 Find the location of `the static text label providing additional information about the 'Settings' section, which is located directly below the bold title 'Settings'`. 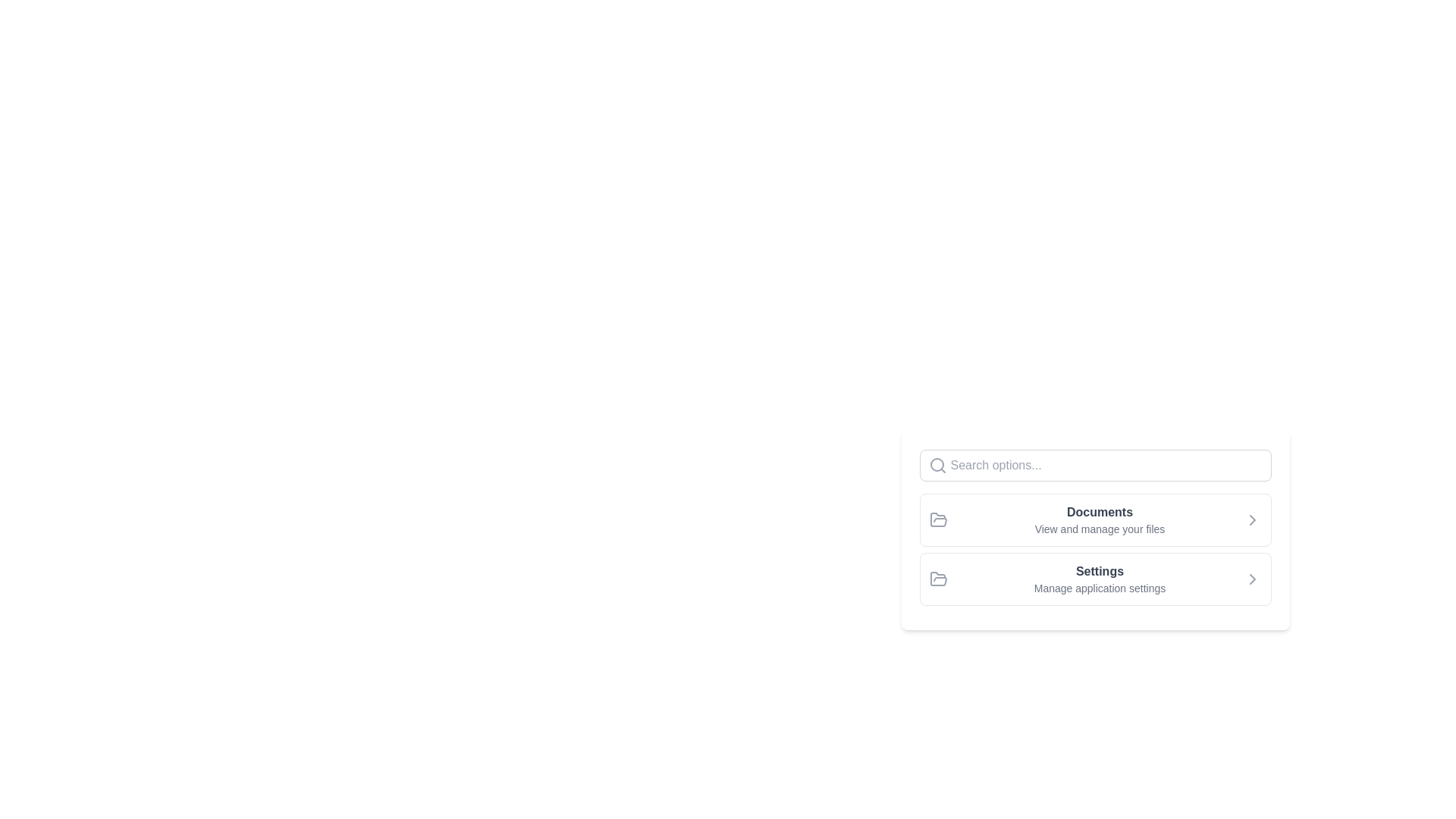

the static text label providing additional information about the 'Settings' section, which is located directly below the bold title 'Settings' is located at coordinates (1100, 587).